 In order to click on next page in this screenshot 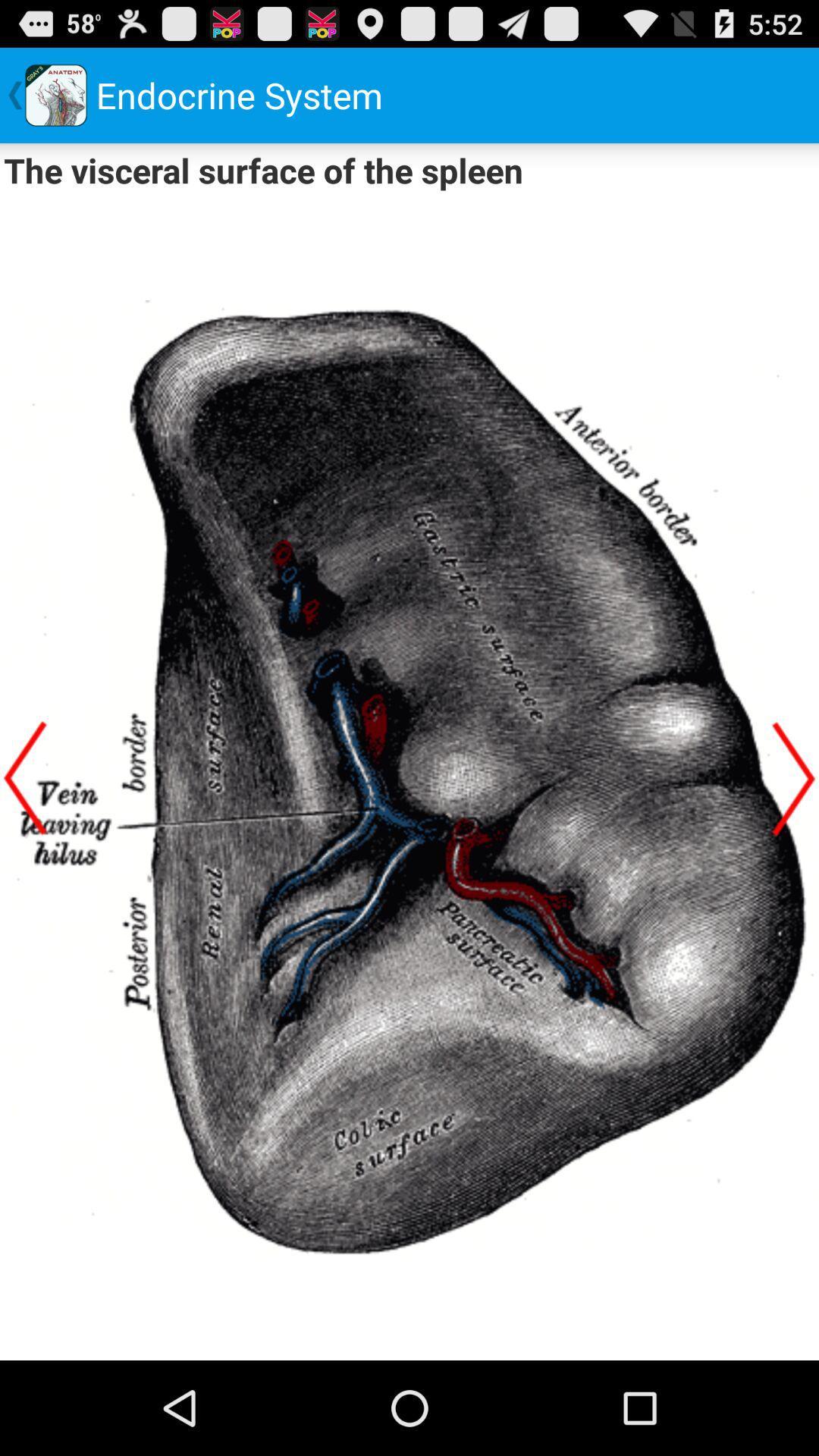, I will do `click(792, 778)`.